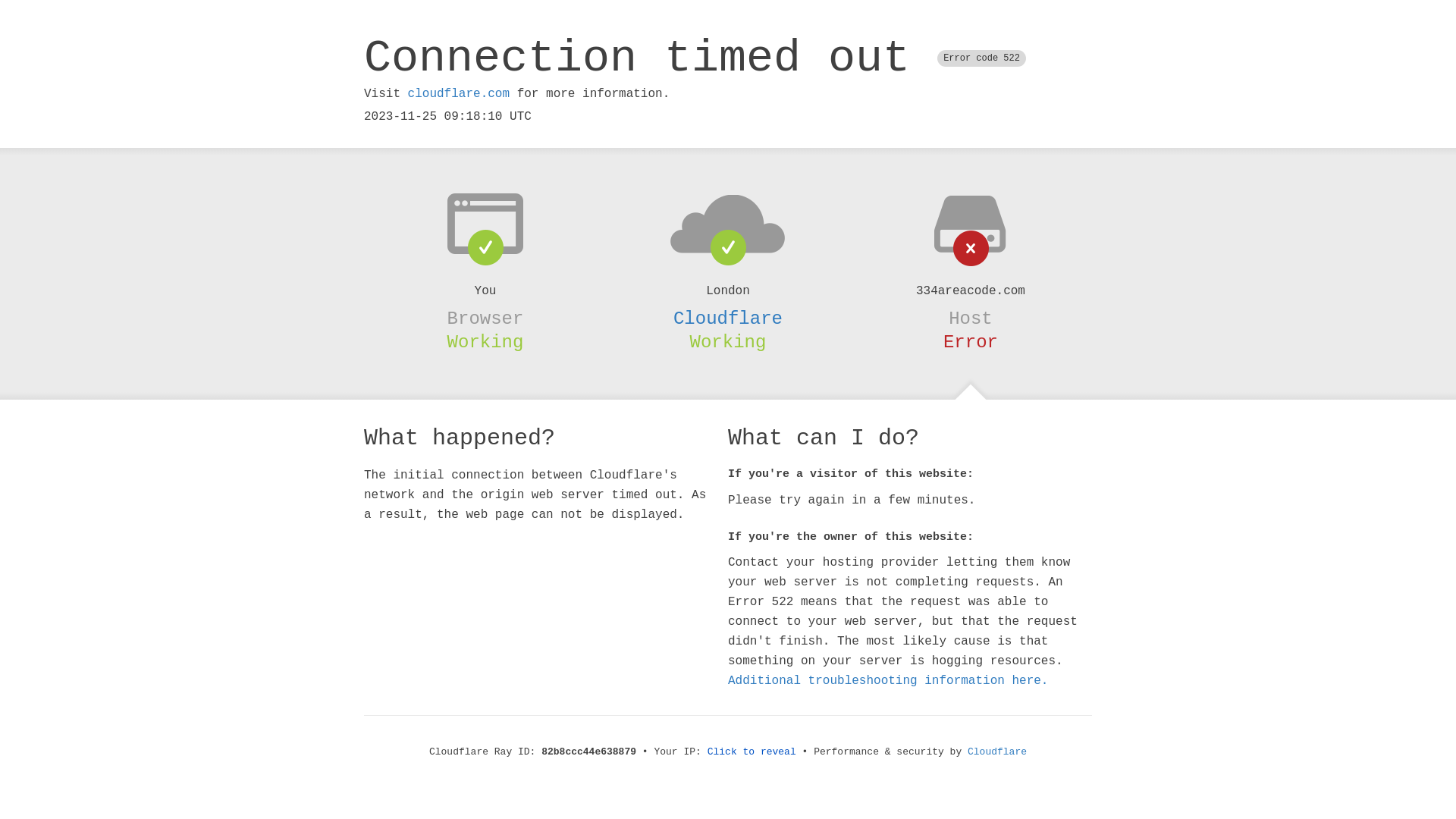  What do you see at coordinates (728, 318) in the screenshot?
I see `'Cloudflare'` at bounding box center [728, 318].